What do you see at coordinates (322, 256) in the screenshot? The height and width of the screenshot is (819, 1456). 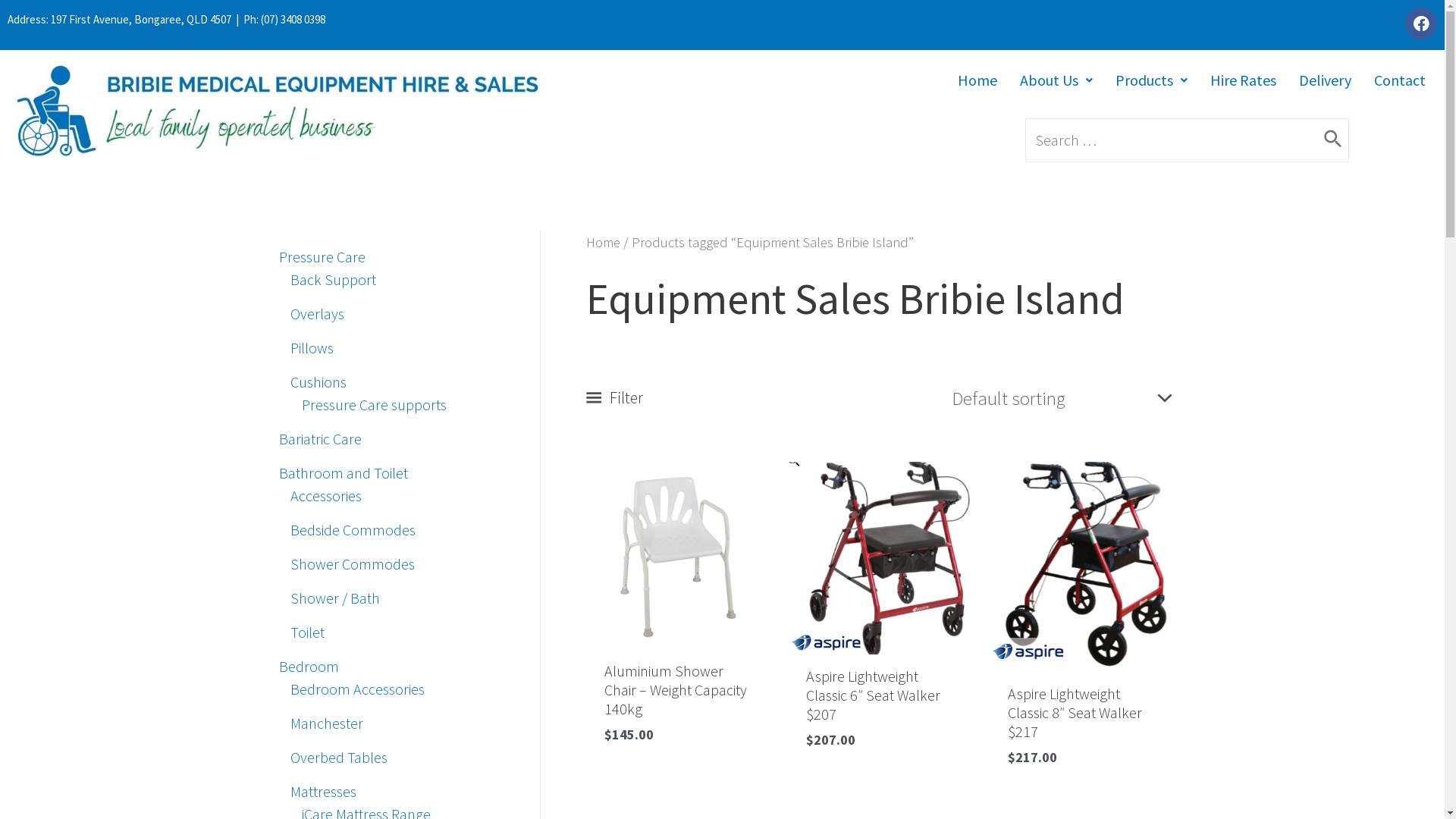 I see `'Pressure Care'` at bounding box center [322, 256].